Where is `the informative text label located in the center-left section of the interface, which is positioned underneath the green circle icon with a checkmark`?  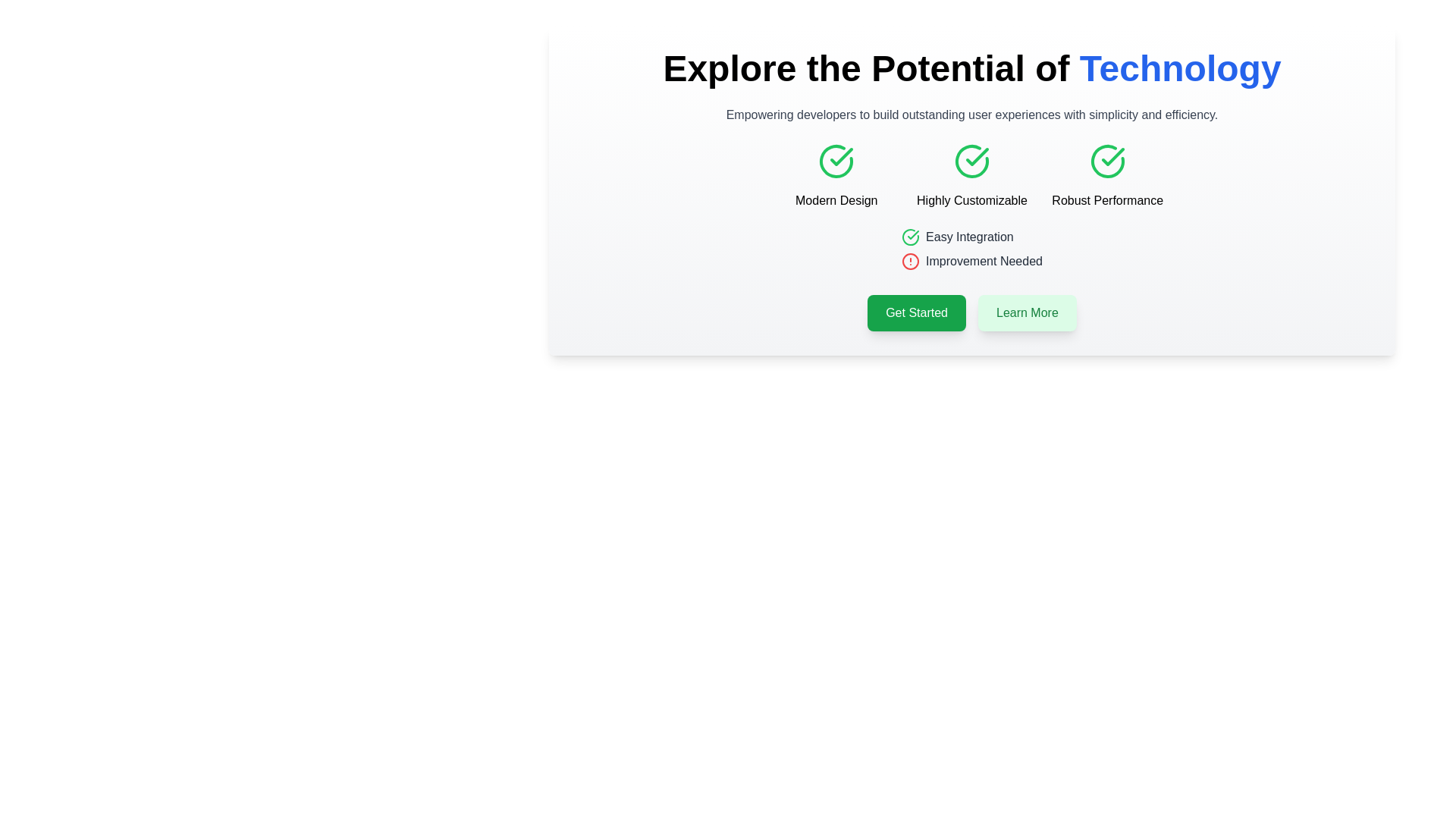 the informative text label located in the center-left section of the interface, which is positioned underneath the green circle icon with a checkmark is located at coordinates (836, 200).